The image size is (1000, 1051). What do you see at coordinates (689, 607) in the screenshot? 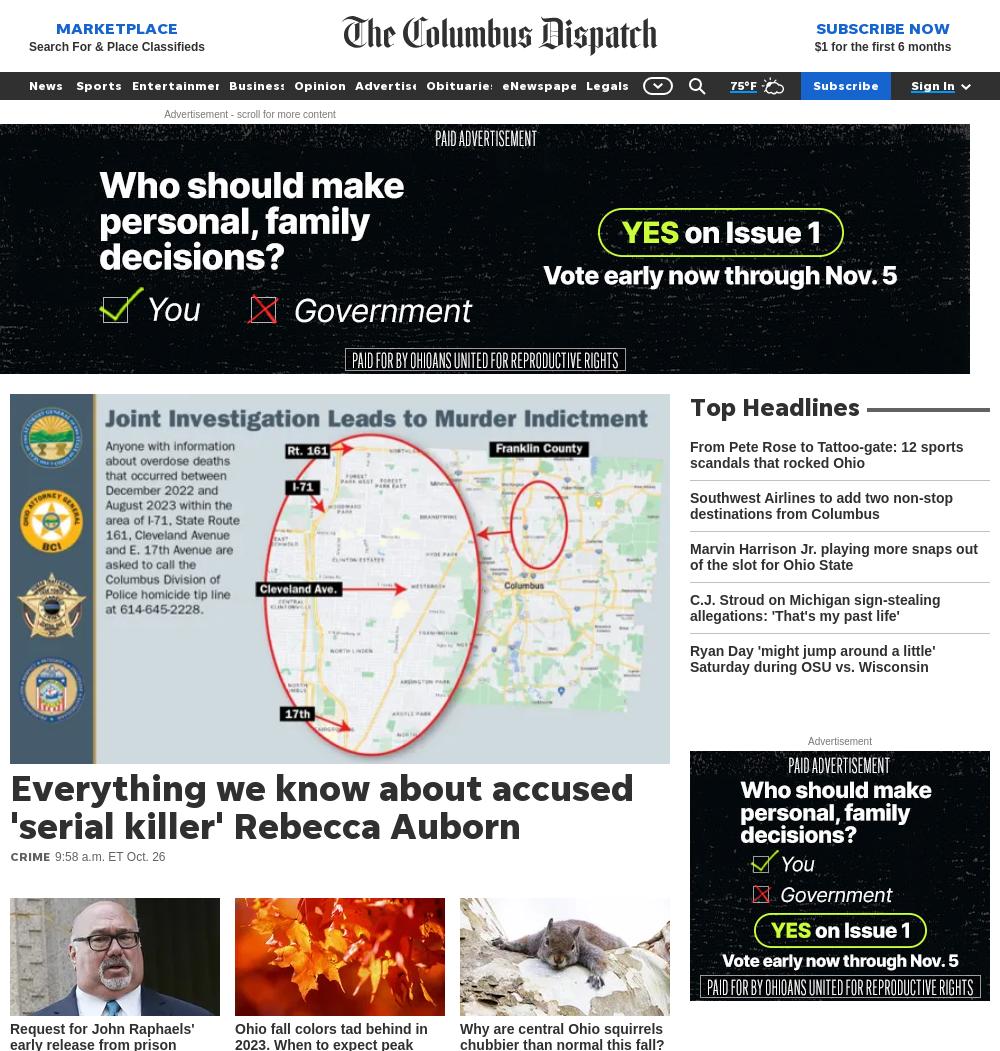
I see `'C.J. Stroud on Michigan sign-stealing allegations: 'That's my past life''` at bounding box center [689, 607].